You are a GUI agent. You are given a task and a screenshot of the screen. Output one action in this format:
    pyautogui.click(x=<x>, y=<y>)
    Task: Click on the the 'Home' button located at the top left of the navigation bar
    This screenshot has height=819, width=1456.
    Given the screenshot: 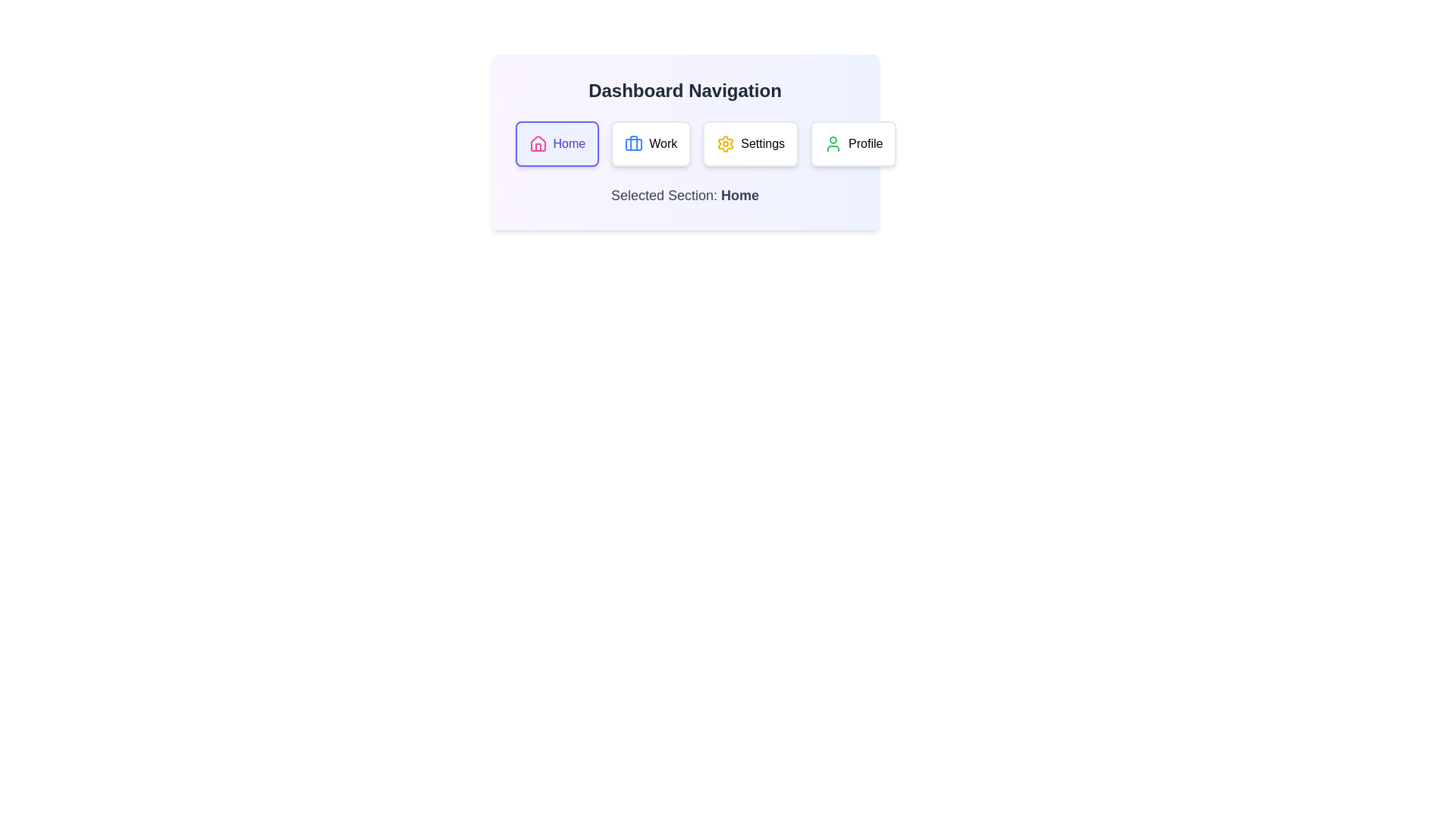 What is the action you would take?
    pyautogui.click(x=556, y=143)
    